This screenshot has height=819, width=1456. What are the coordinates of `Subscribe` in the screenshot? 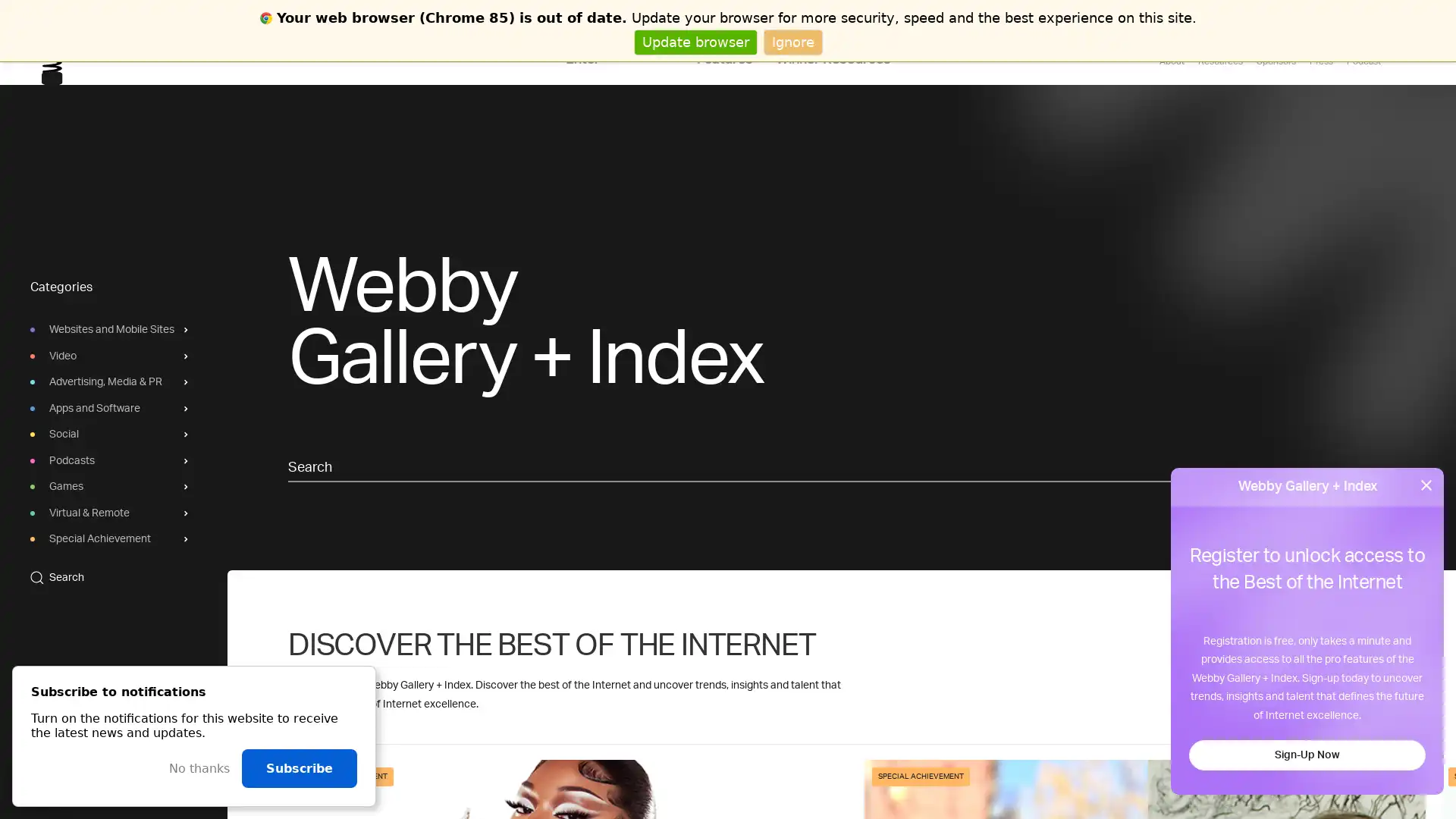 It's located at (299, 768).